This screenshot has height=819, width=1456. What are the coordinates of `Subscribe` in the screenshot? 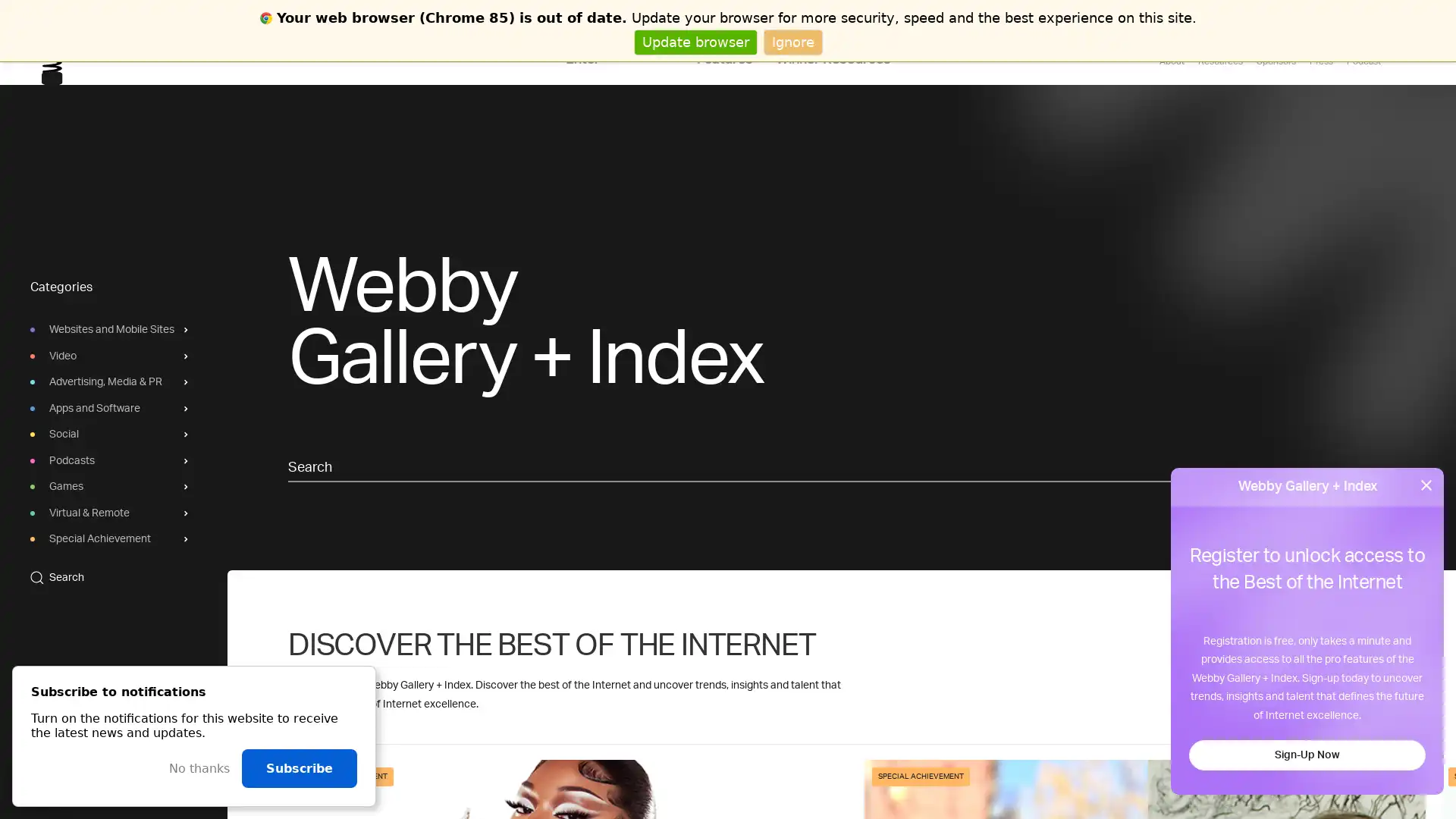 It's located at (299, 768).